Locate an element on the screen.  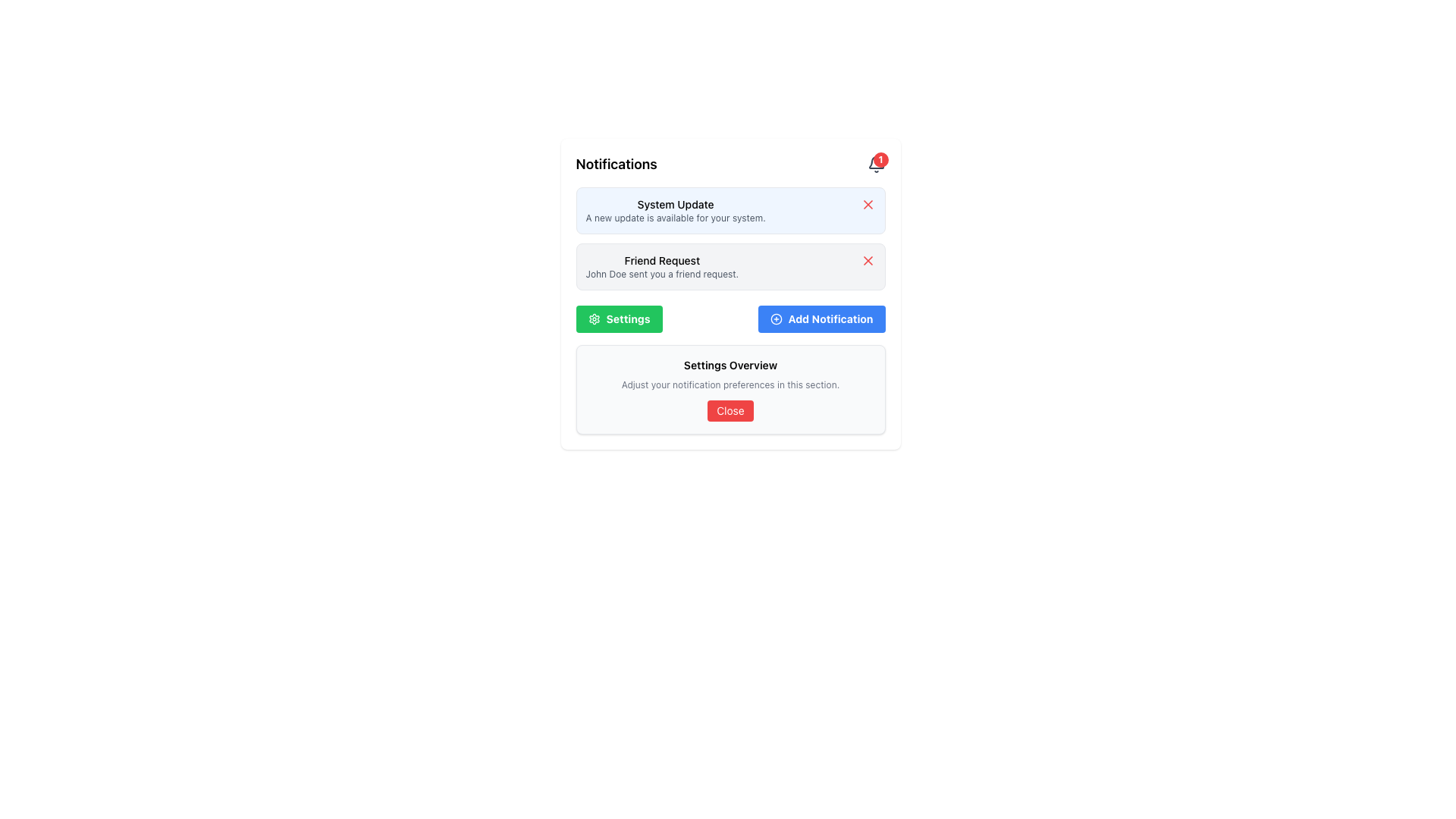
the settings SVG icon located inside the green button labeled 'Settings' in the second row of the notification panel is located at coordinates (593, 318).